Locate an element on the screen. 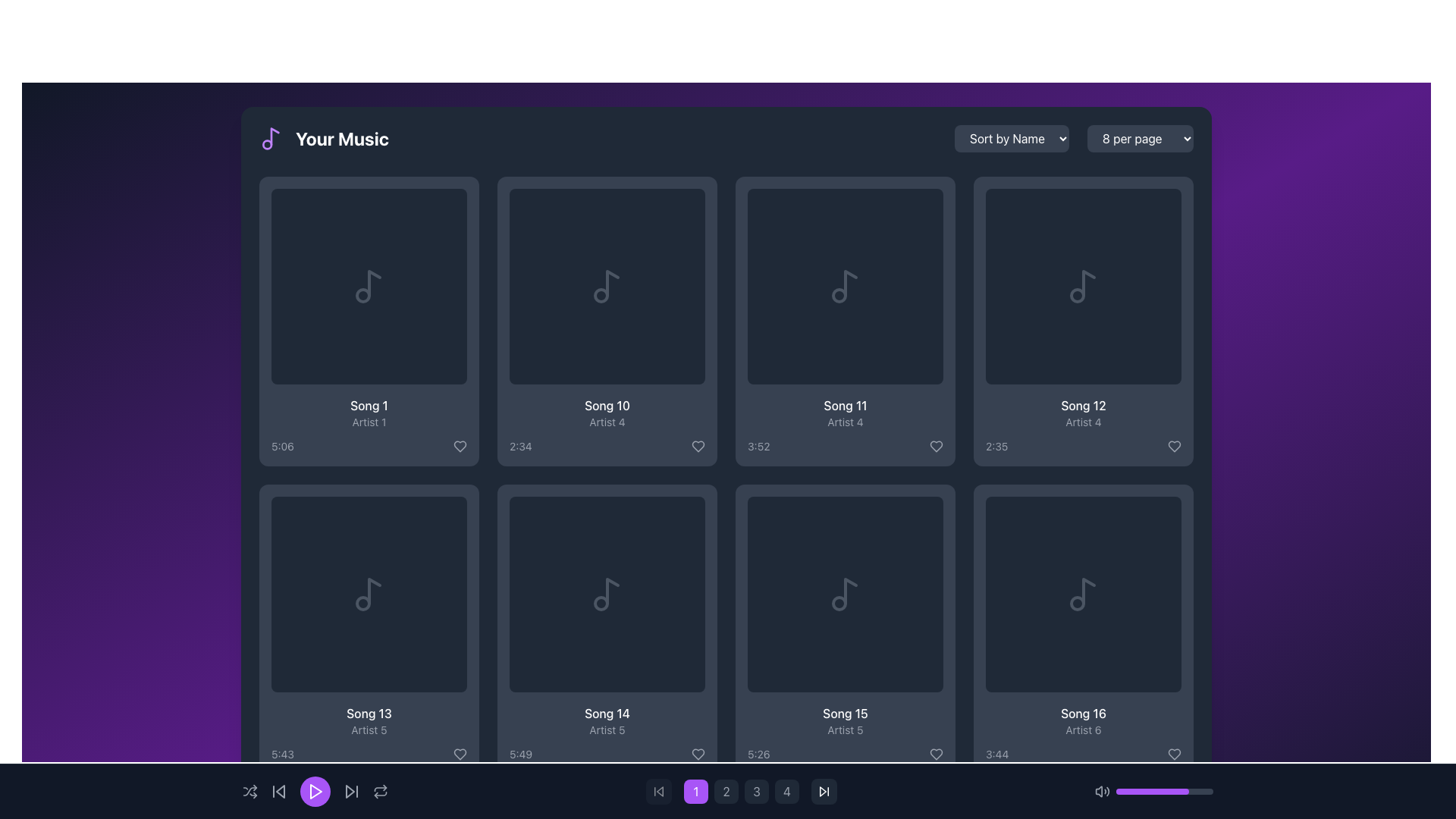 Image resolution: width=1456 pixels, height=819 pixels. the text label displaying 'Artist 5', which is located below the title 'Song 13' and above the duration '5:43' in the song details card is located at coordinates (369, 730).